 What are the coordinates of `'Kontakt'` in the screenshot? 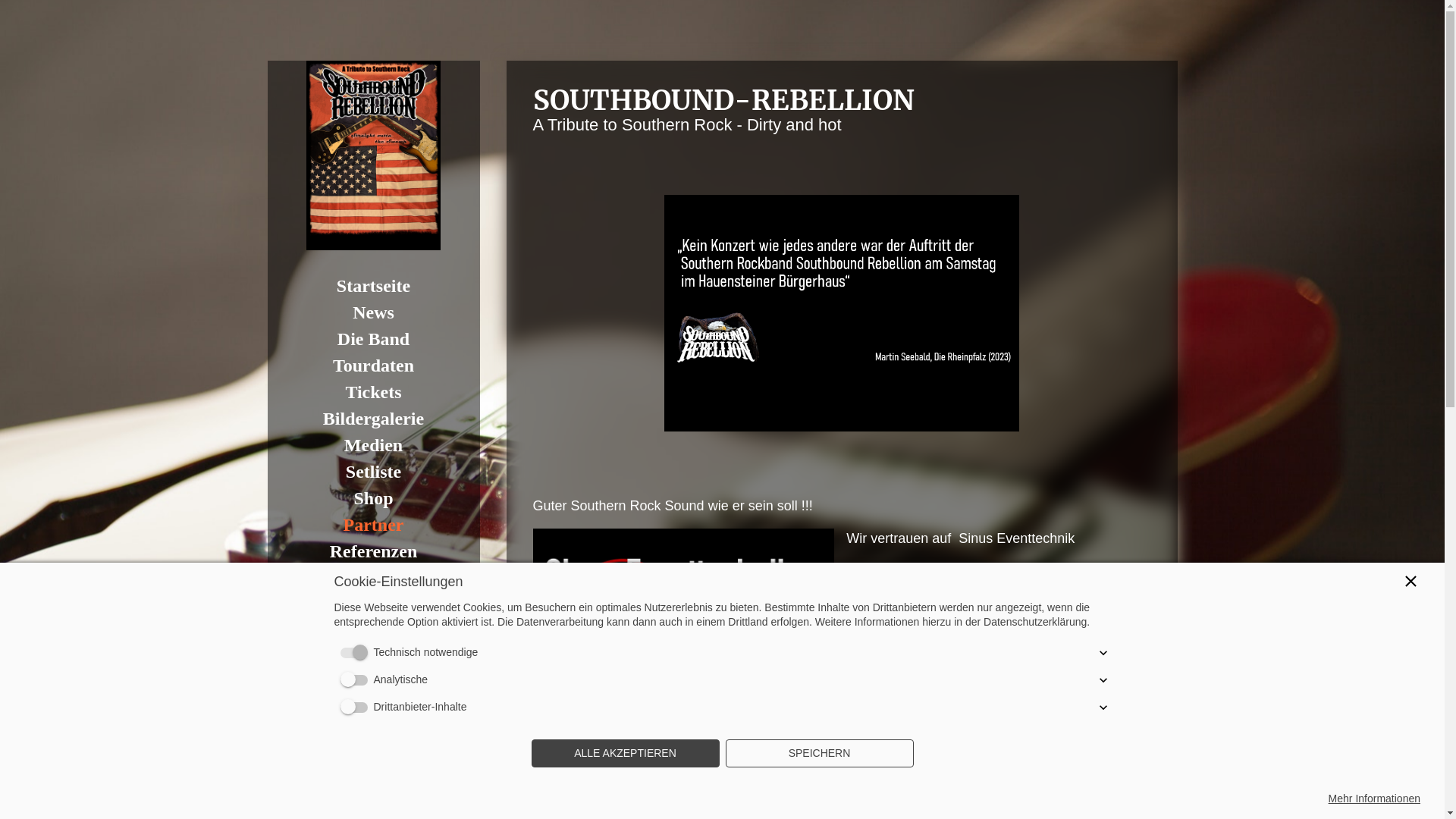 It's located at (372, 578).